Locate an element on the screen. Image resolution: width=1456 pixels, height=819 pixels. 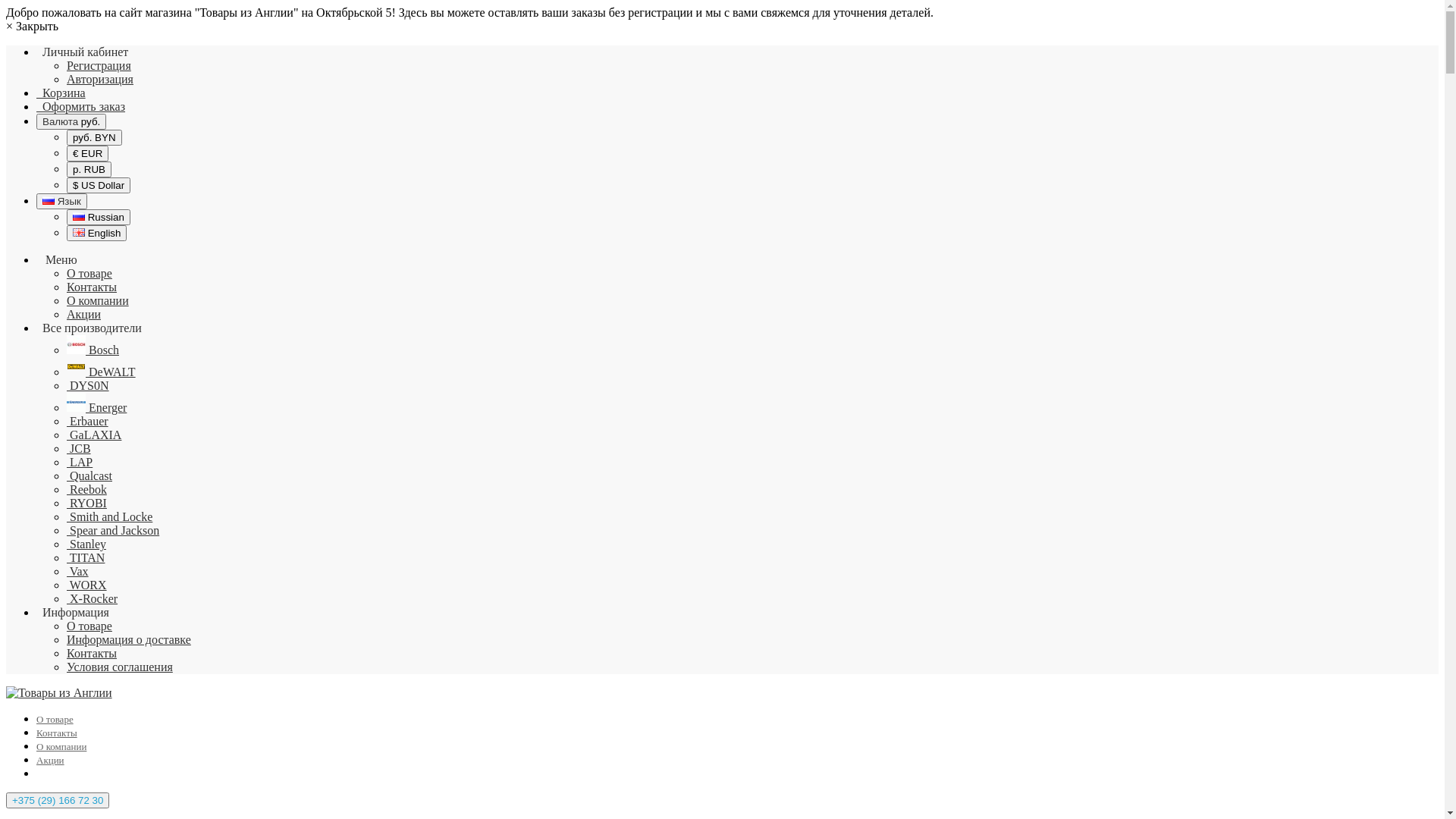
'Russian' is located at coordinates (48, 199).